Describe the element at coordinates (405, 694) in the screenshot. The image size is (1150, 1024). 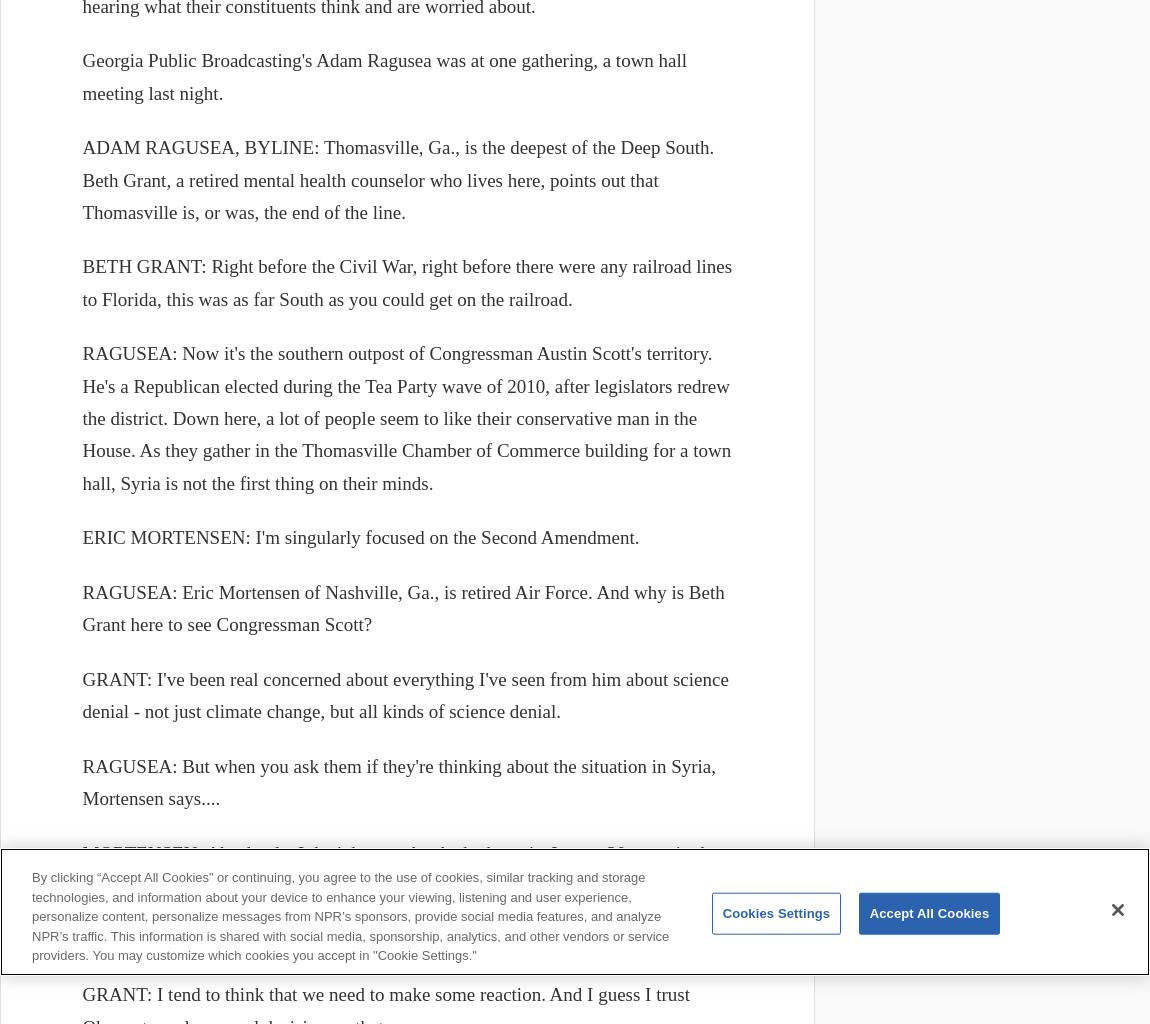
I see `'GRANT: I've been real concerned about everything I've seen from him about science denial - not just climate change, but all kinds of science denial.'` at that location.